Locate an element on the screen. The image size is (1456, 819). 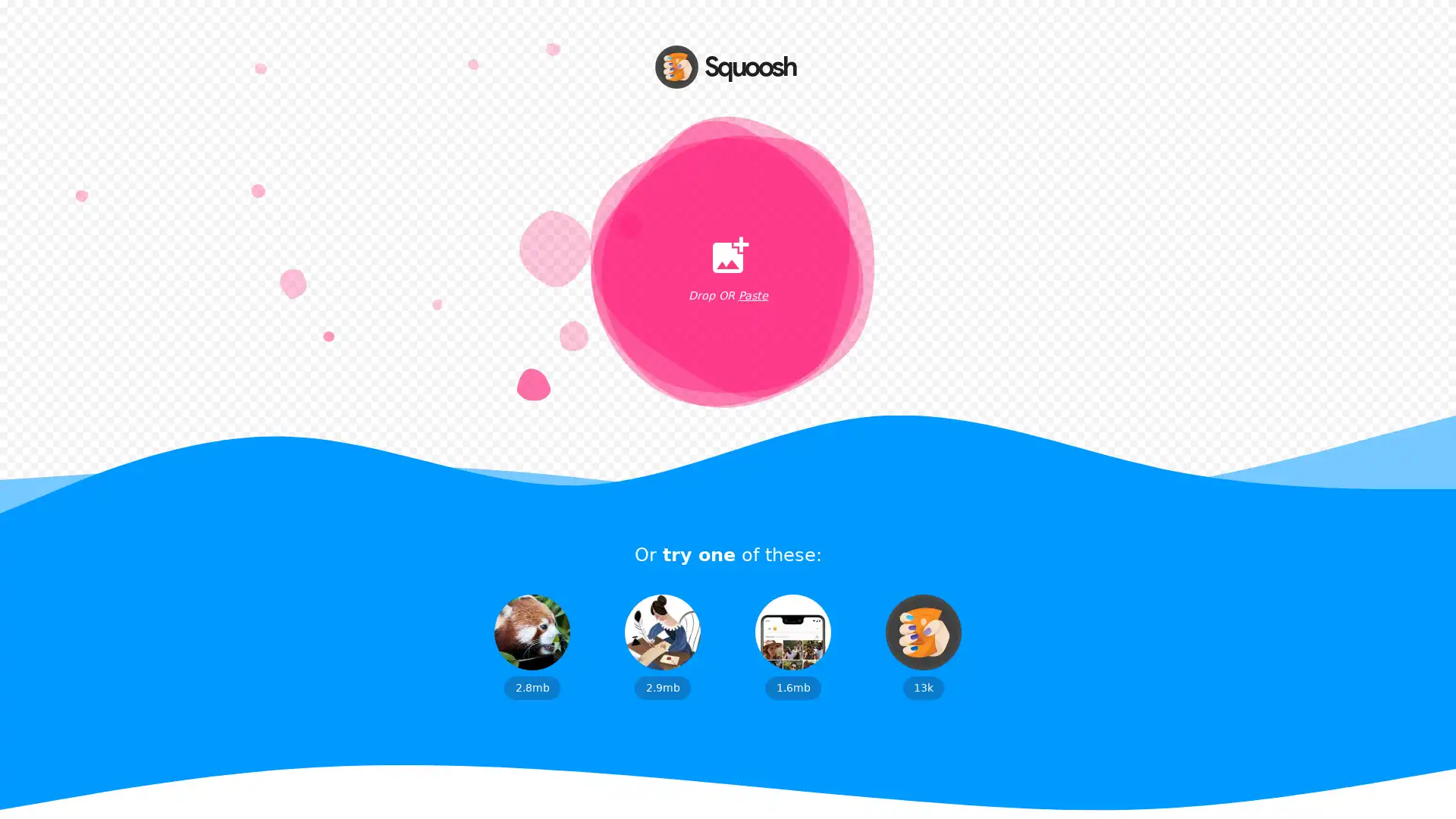
SVG icon 13k is located at coordinates (923, 646).